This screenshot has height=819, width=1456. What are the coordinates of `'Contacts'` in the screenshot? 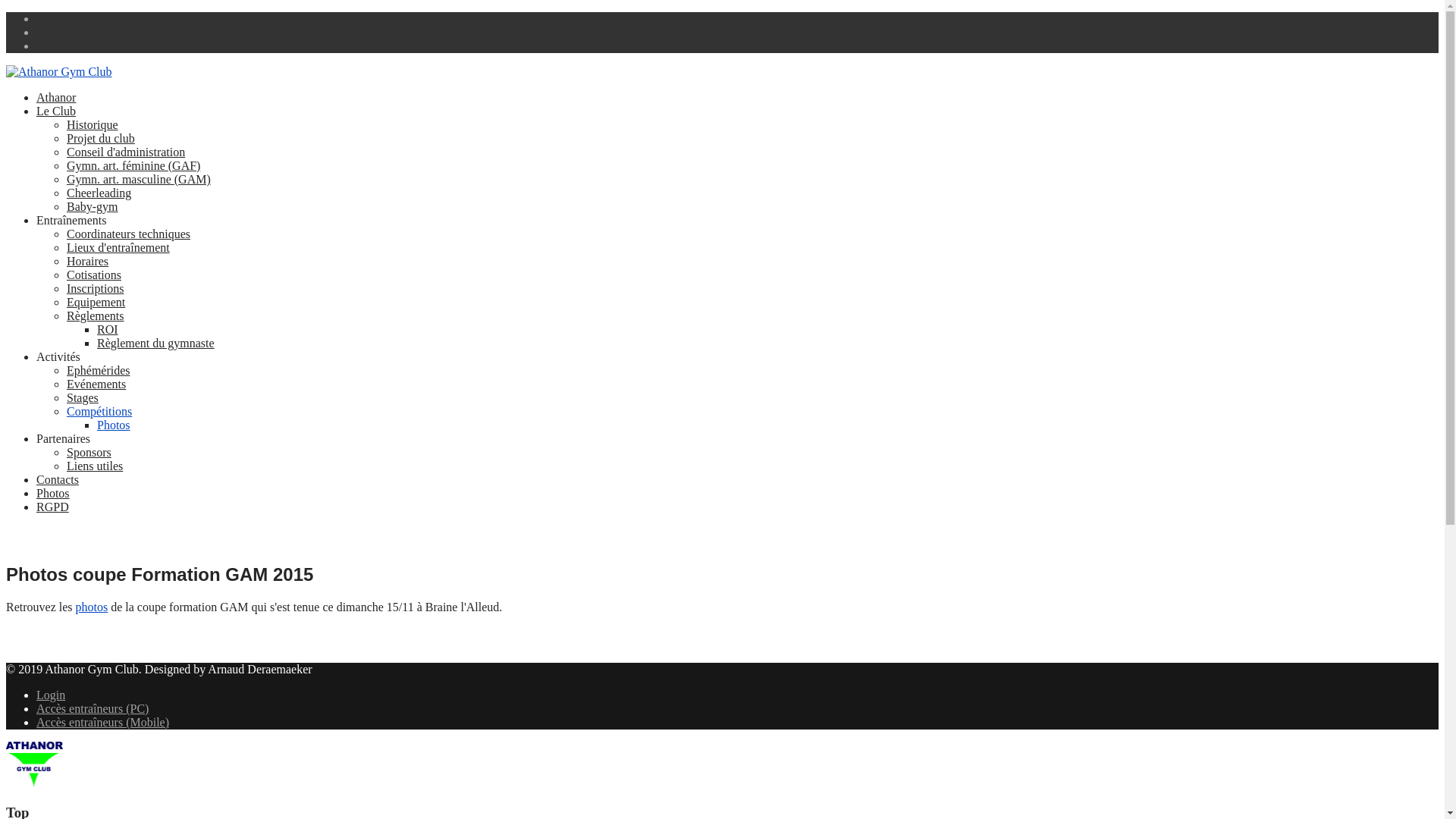 It's located at (58, 479).